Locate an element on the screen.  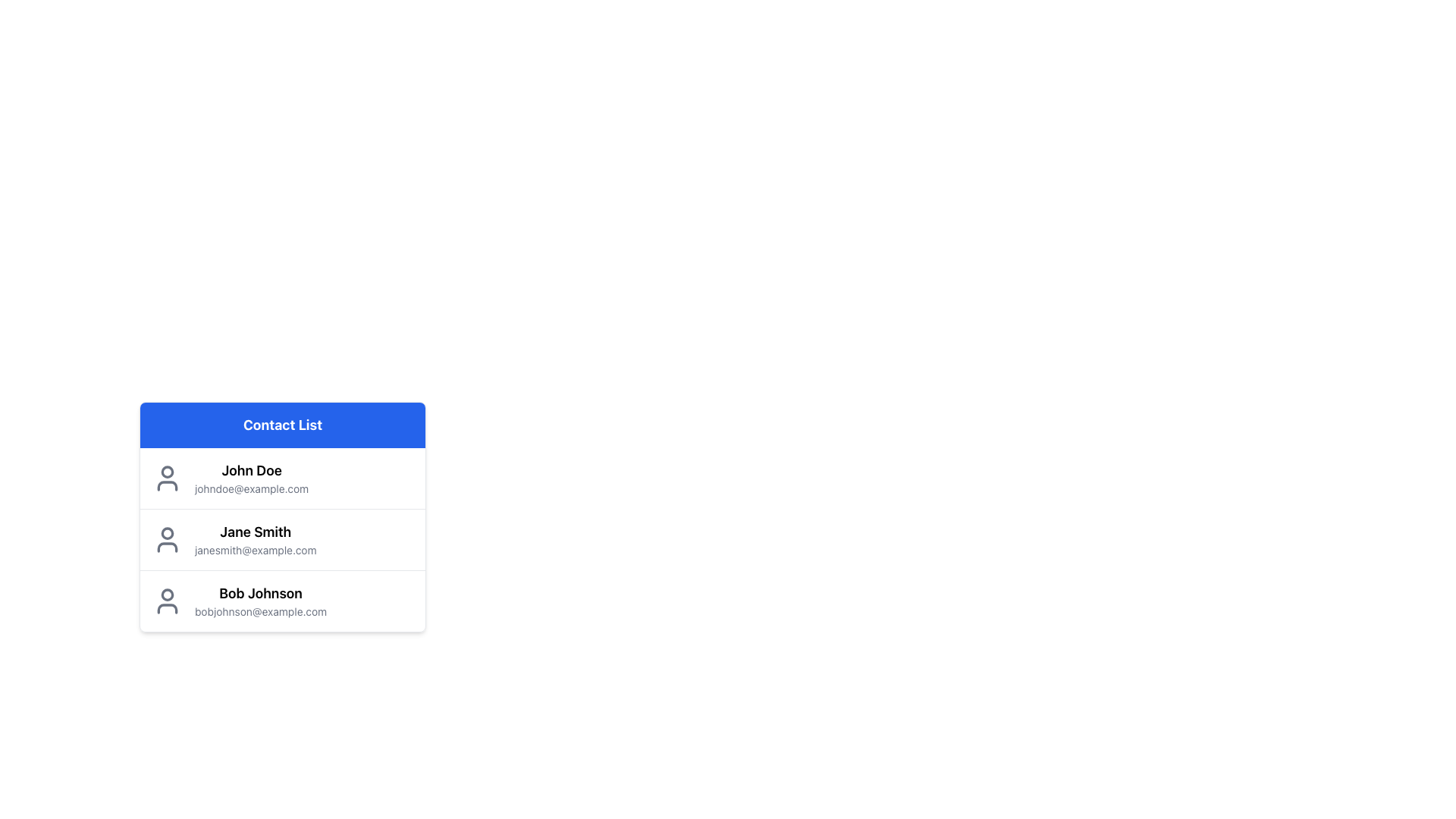
the text label displaying the email address for the contact 'Bob Johnson', which is located directly below the contact's name is located at coordinates (261, 610).